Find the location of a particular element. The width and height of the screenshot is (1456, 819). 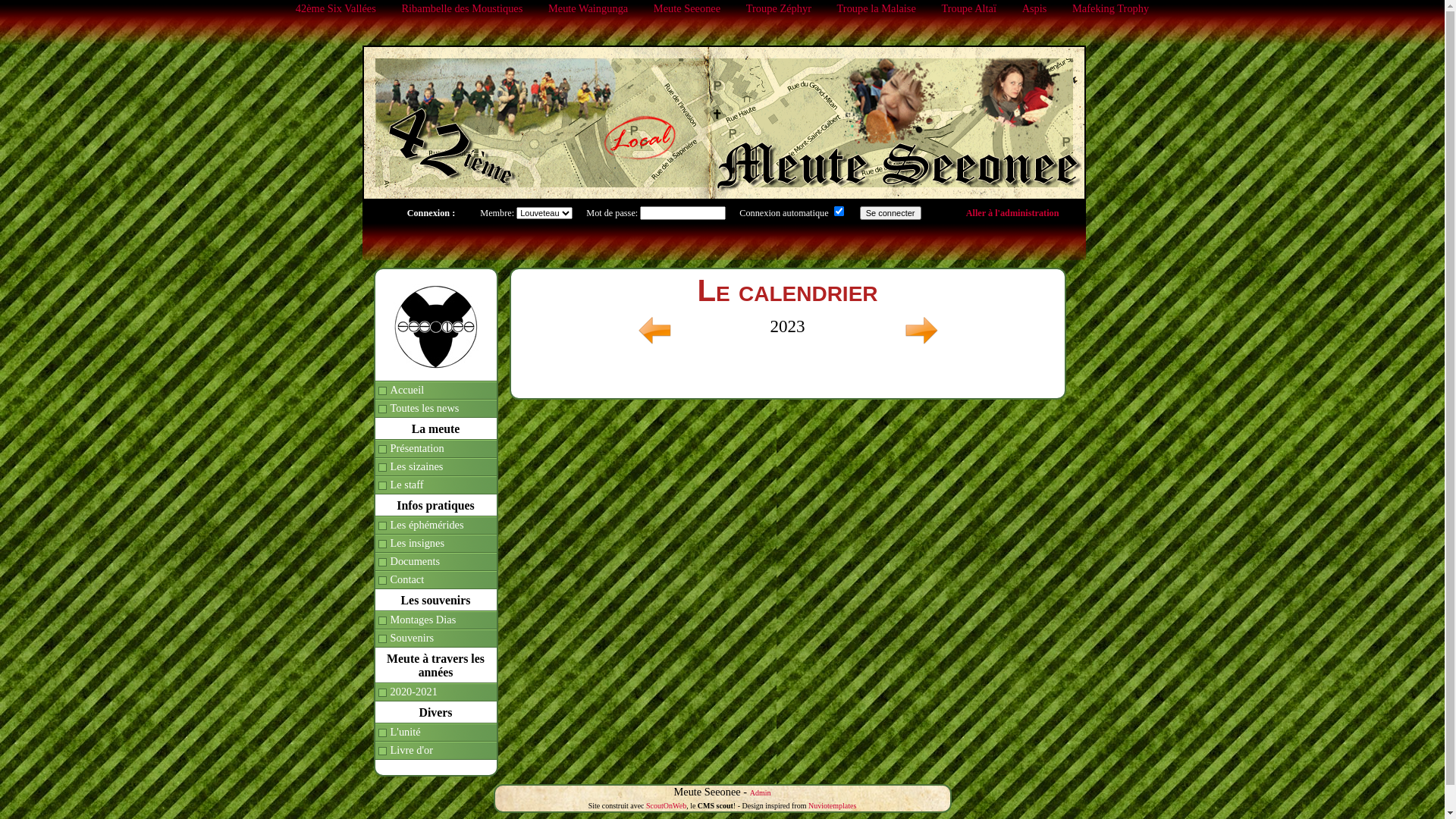

'Livre d'or' is located at coordinates (435, 751).